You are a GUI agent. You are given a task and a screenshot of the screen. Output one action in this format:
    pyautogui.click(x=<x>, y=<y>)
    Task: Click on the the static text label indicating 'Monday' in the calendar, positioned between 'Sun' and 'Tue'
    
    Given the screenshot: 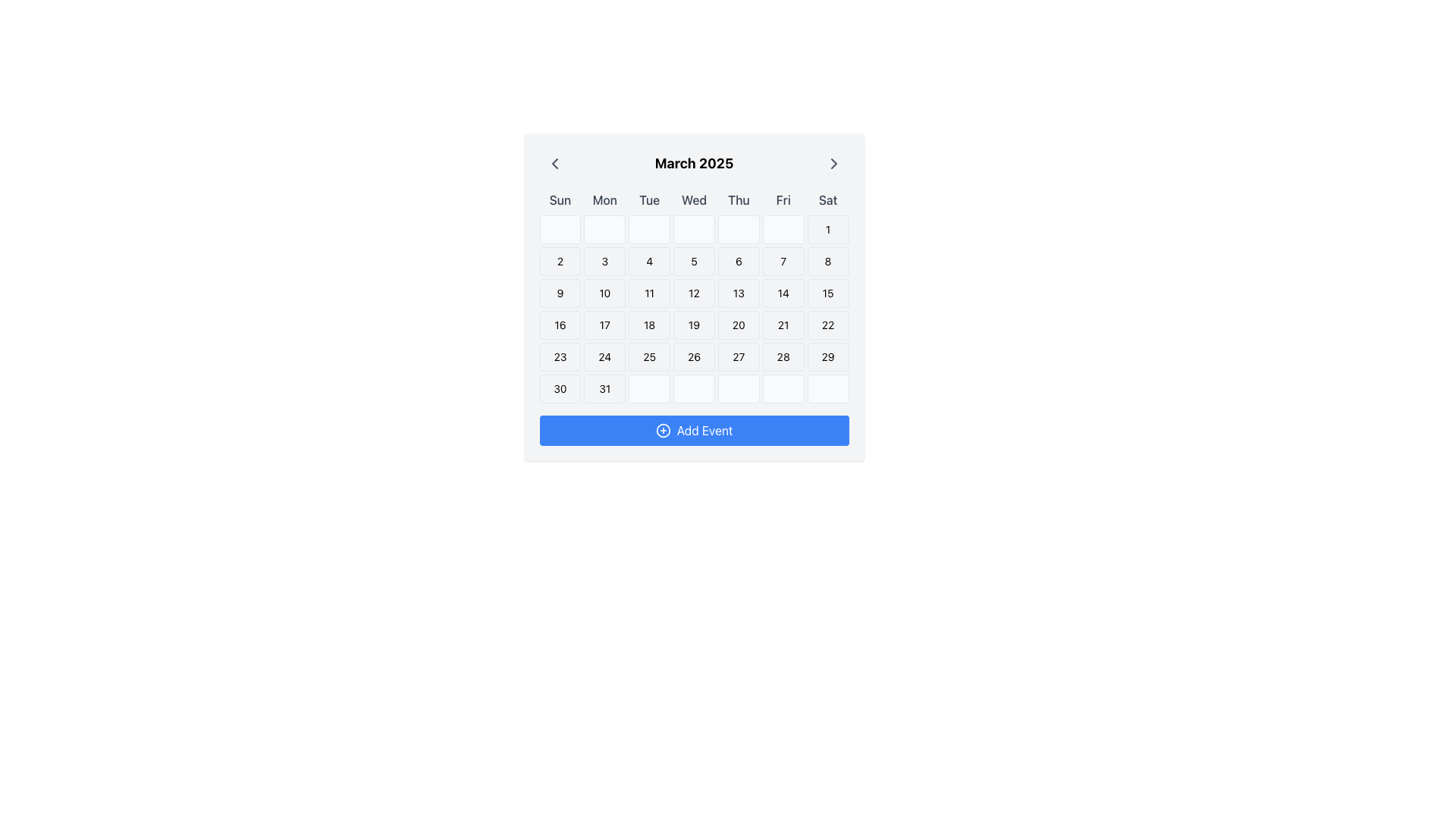 What is the action you would take?
    pyautogui.click(x=604, y=199)
    